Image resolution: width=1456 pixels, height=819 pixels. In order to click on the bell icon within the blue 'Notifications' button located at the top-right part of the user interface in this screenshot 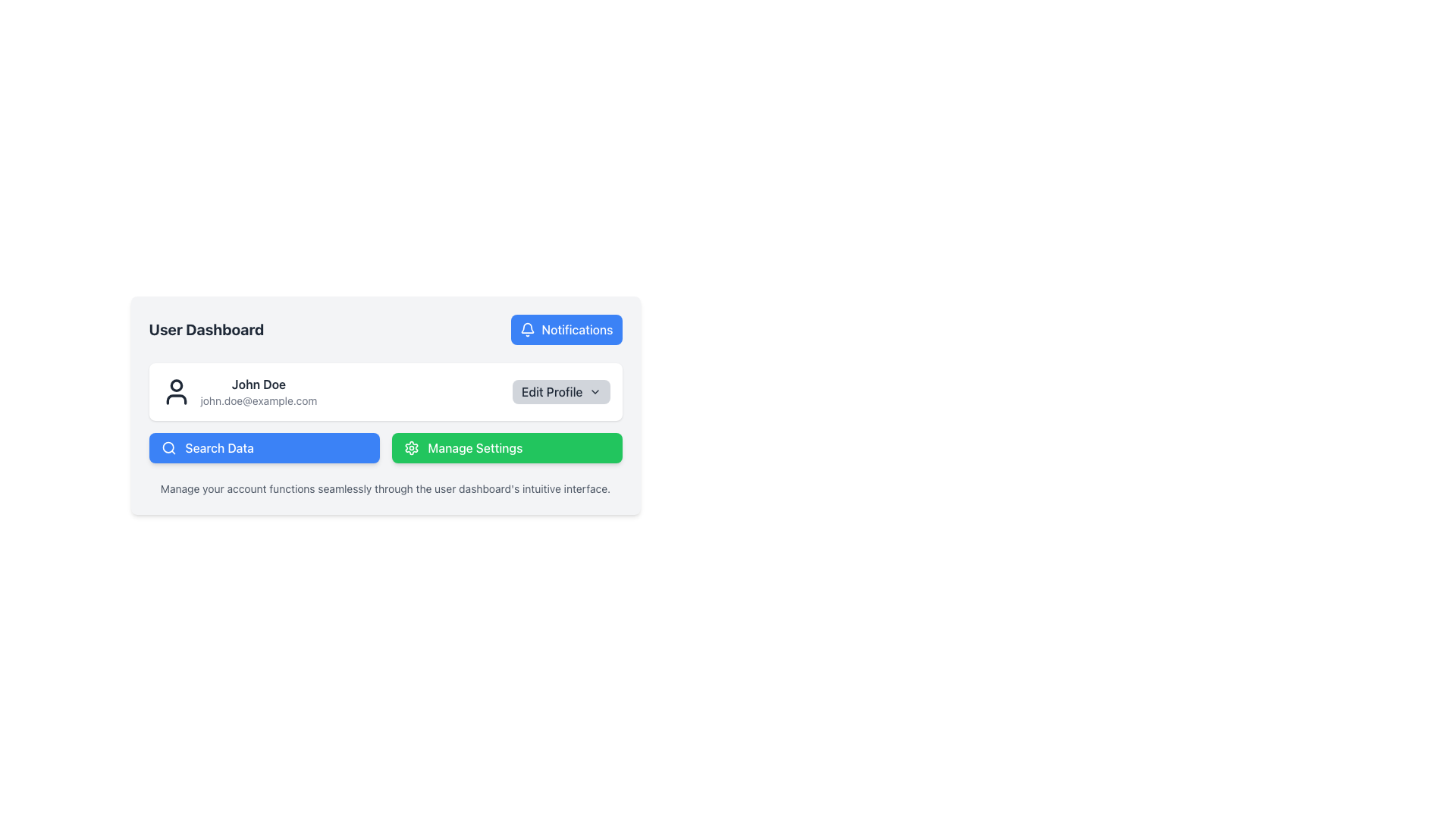, I will do `click(528, 329)`.